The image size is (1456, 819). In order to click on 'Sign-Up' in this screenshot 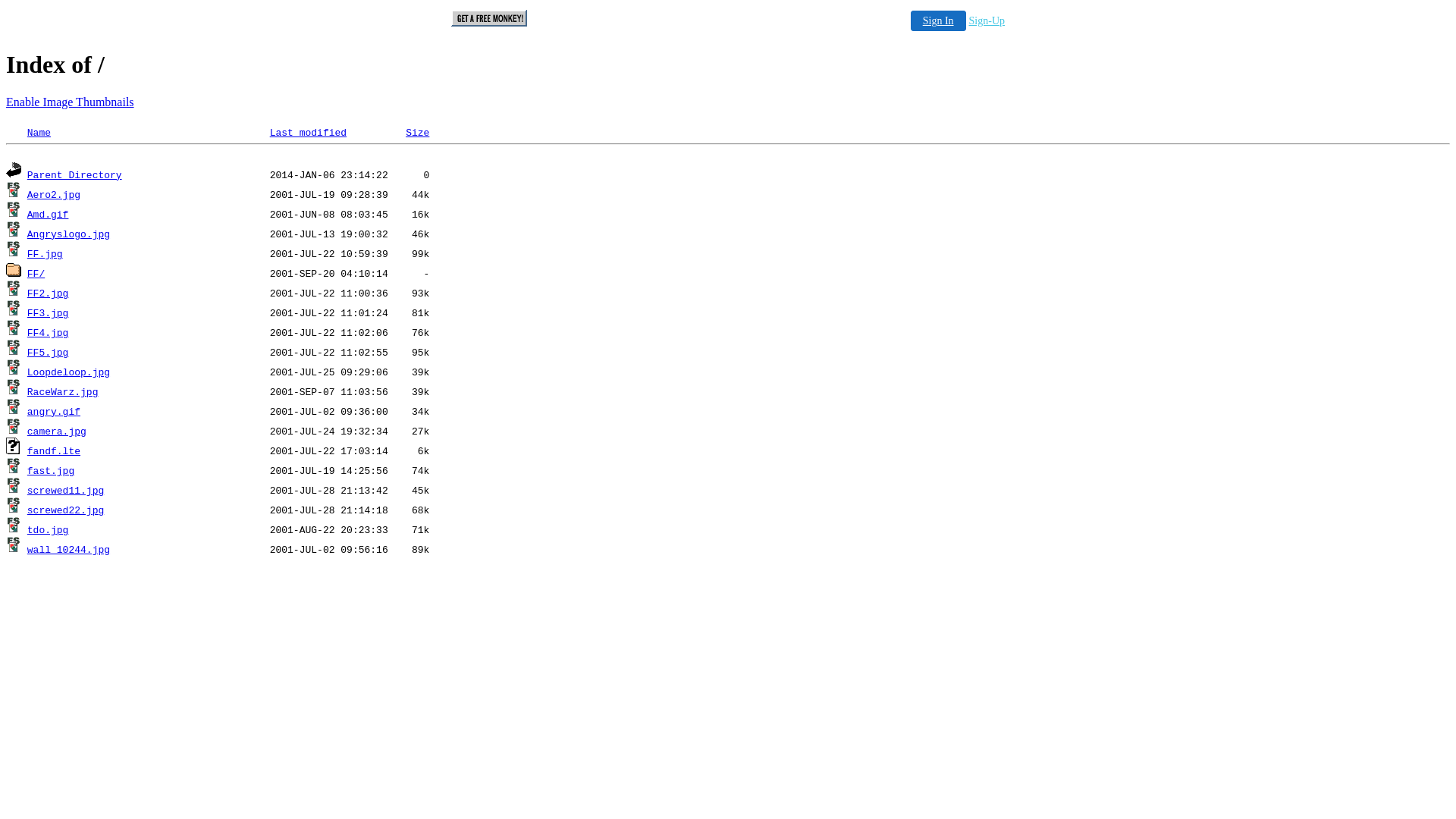, I will do `click(987, 20)`.